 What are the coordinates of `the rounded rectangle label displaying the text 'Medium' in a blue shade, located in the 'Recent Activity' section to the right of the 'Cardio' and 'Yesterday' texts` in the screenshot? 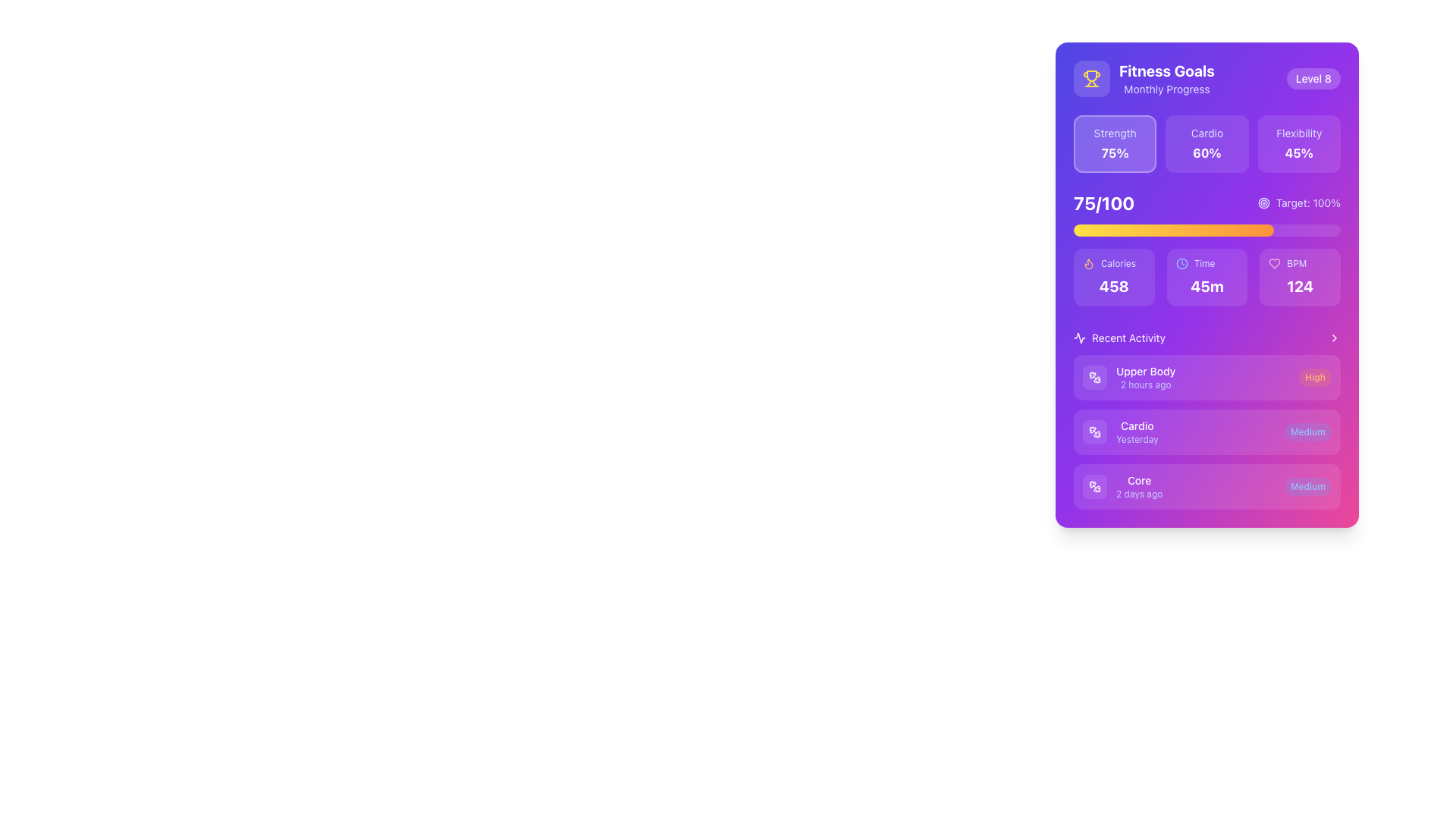 It's located at (1307, 432).